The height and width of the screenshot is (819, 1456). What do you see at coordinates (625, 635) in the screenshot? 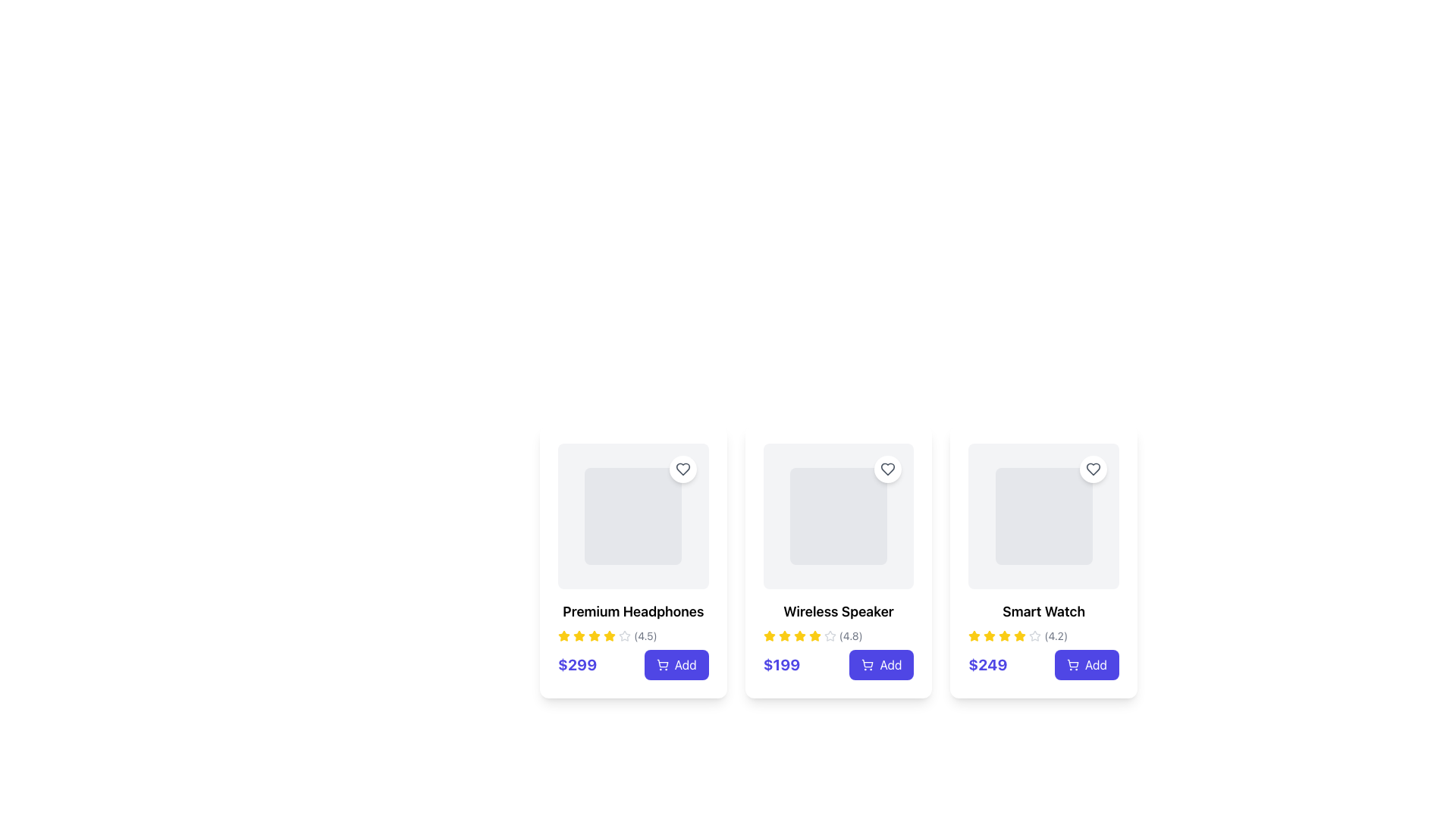
I see `the second star in the star rating indicator for the 'Premium Headphones' product card to check if it becomes interactive` at bounding box center [625, 635].